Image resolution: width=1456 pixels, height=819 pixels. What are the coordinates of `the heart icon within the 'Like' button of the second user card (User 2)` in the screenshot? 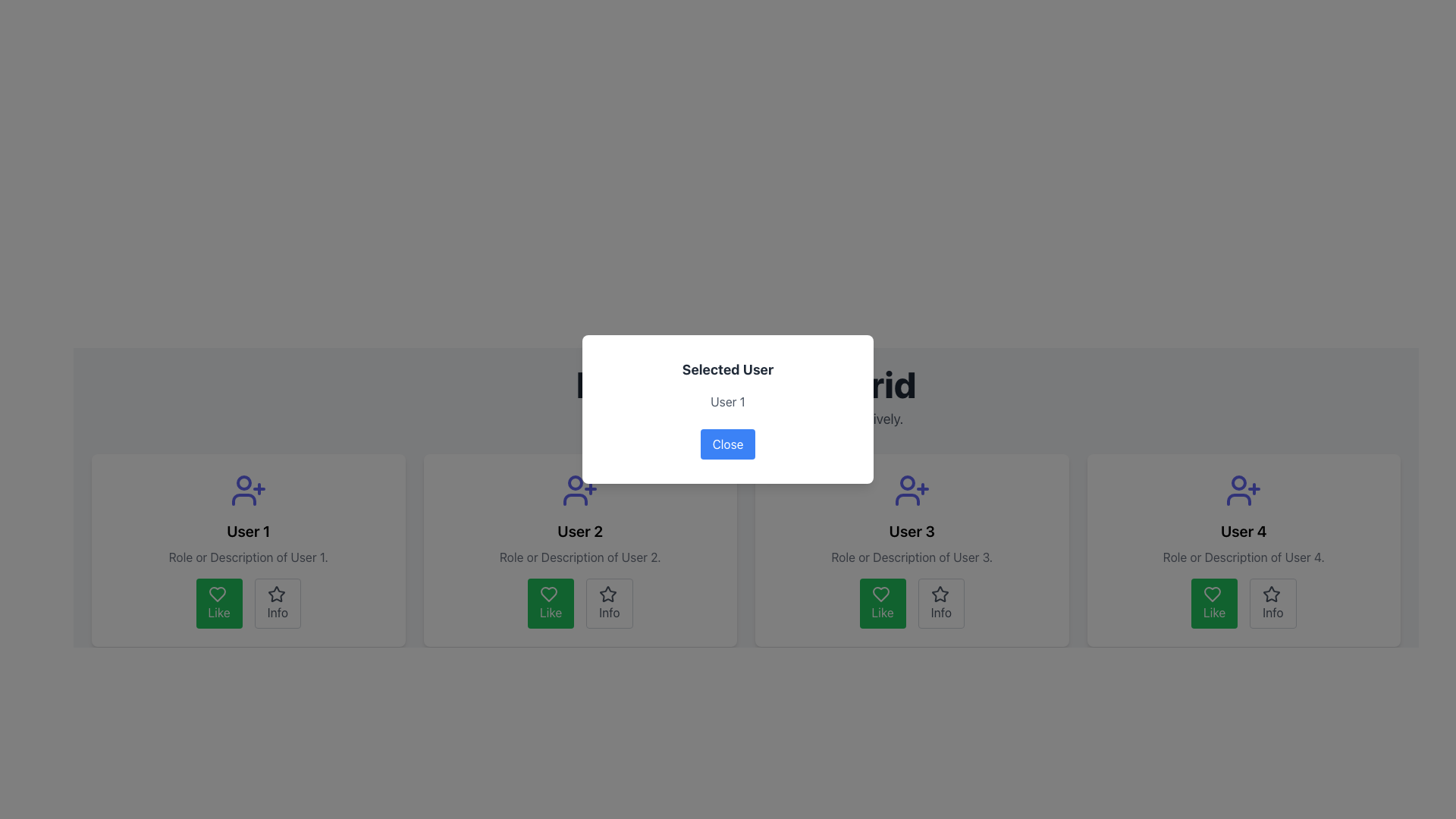 It's located at (548, 593).